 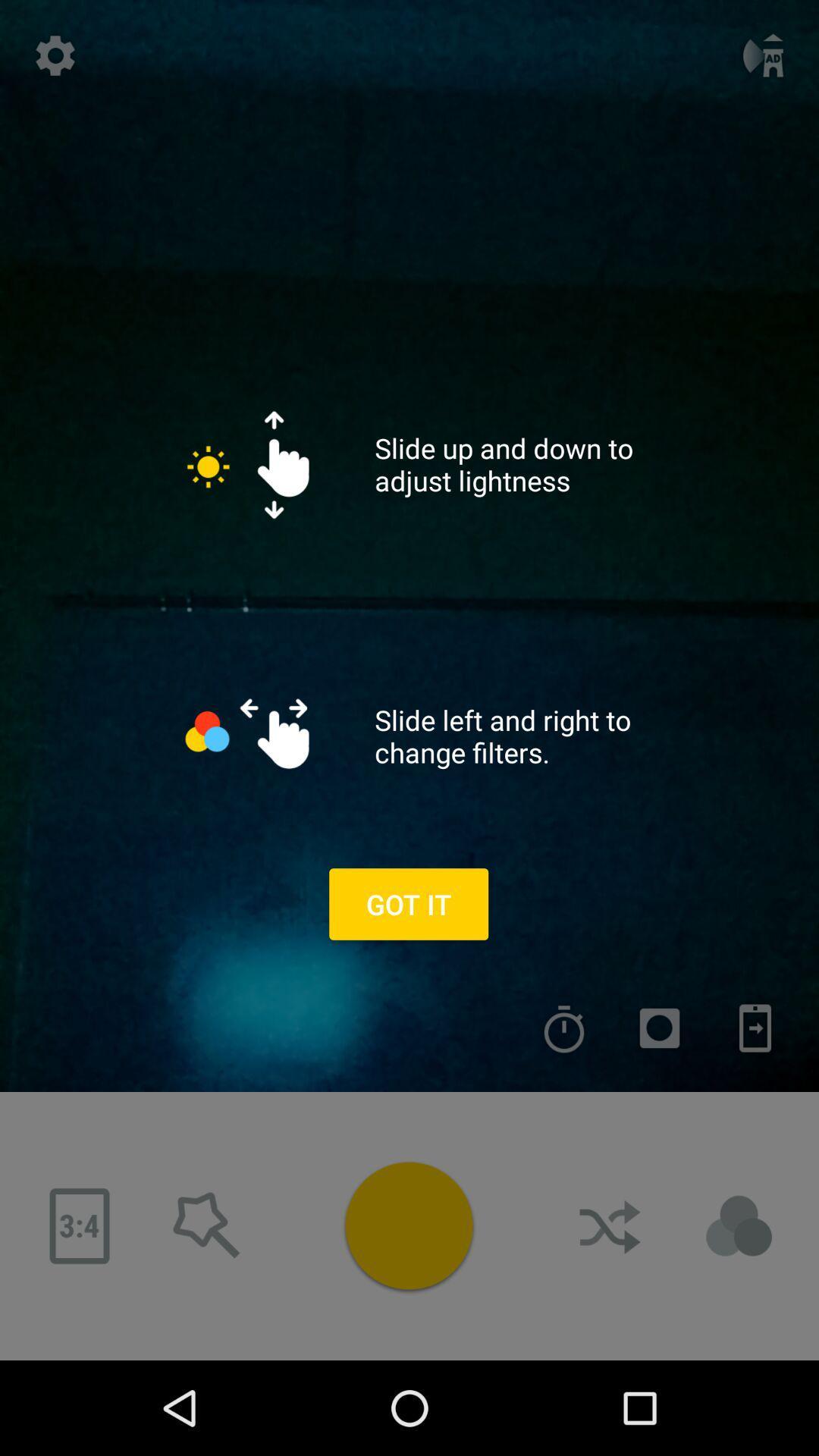 I want to click on adjust the timer, so click(x=564, y=1028).